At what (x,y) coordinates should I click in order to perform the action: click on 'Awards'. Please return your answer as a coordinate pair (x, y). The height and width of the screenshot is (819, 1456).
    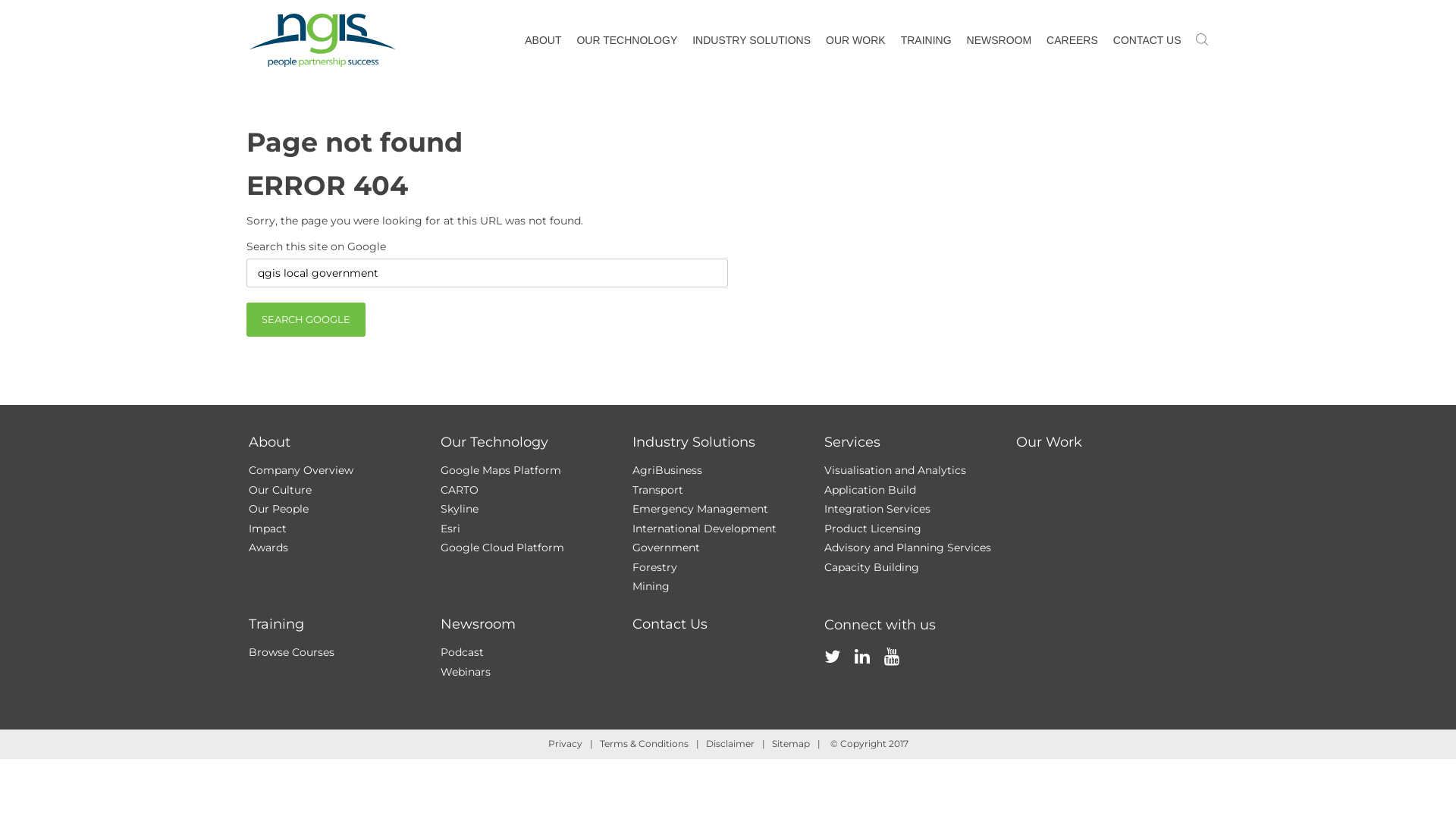
    Looking at the image, I should click on (268, 547).